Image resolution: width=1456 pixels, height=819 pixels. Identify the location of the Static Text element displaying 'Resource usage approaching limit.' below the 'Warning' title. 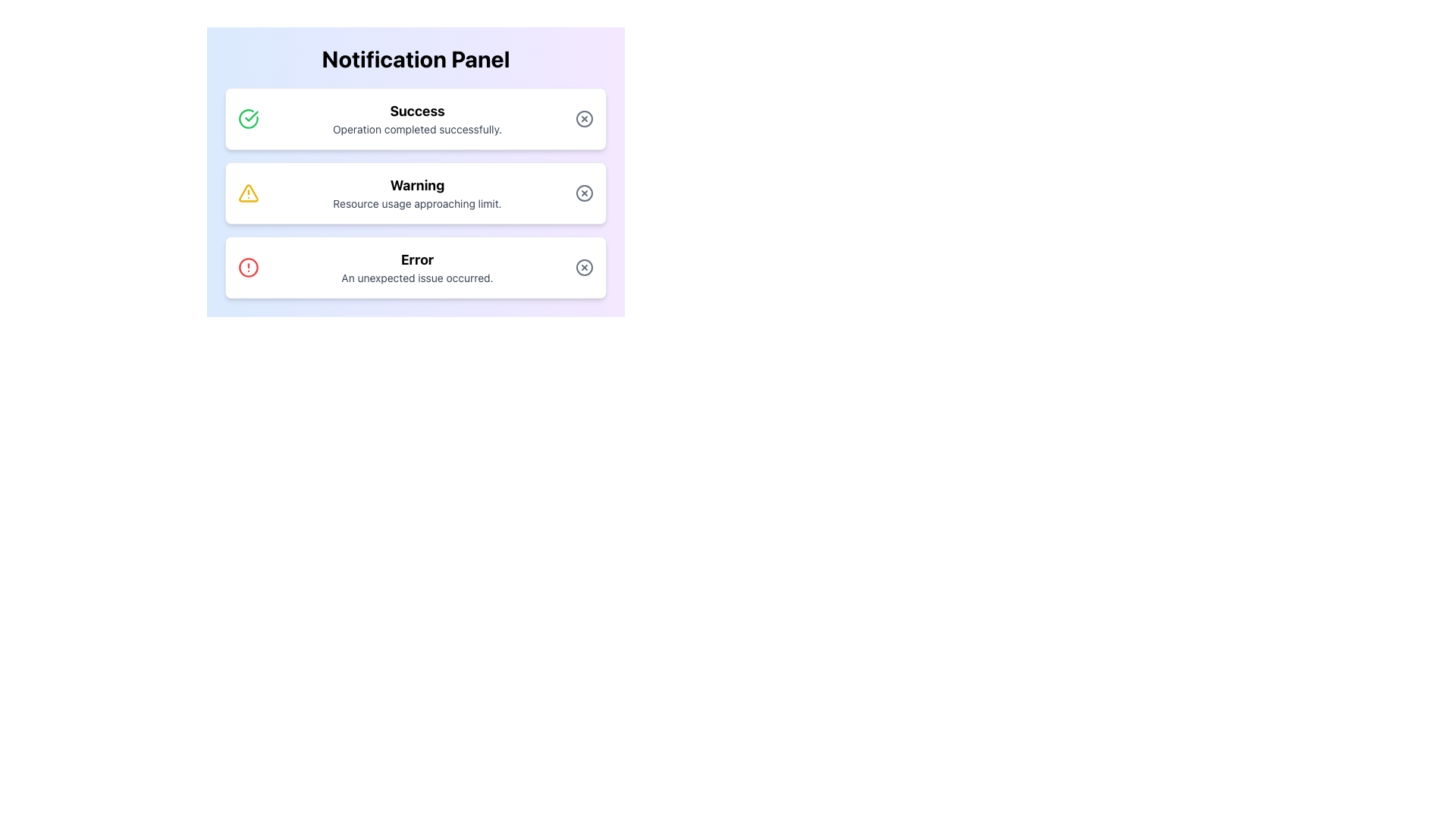
(417, 203).